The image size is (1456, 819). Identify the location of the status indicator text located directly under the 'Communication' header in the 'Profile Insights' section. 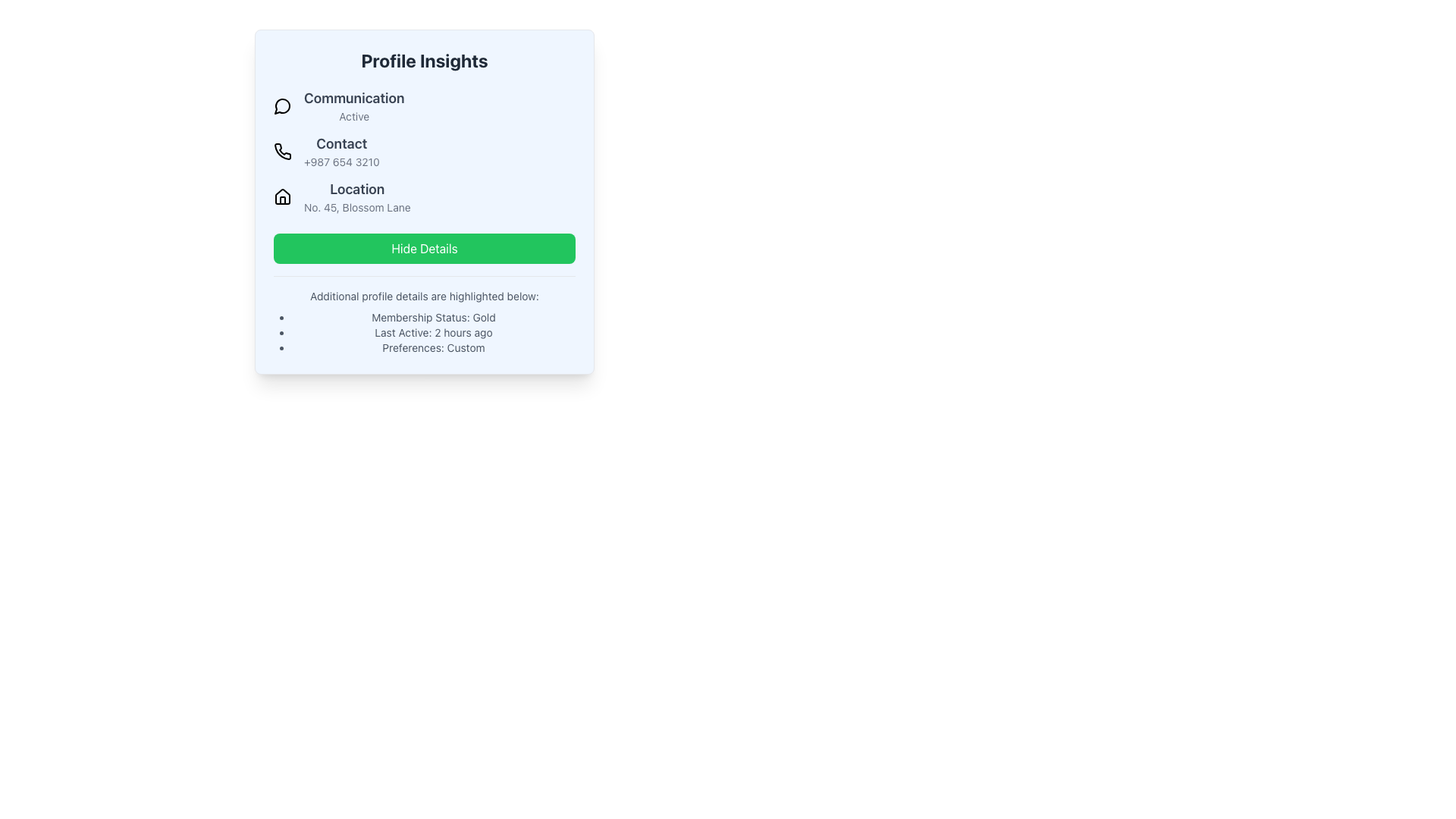
(353, 116).